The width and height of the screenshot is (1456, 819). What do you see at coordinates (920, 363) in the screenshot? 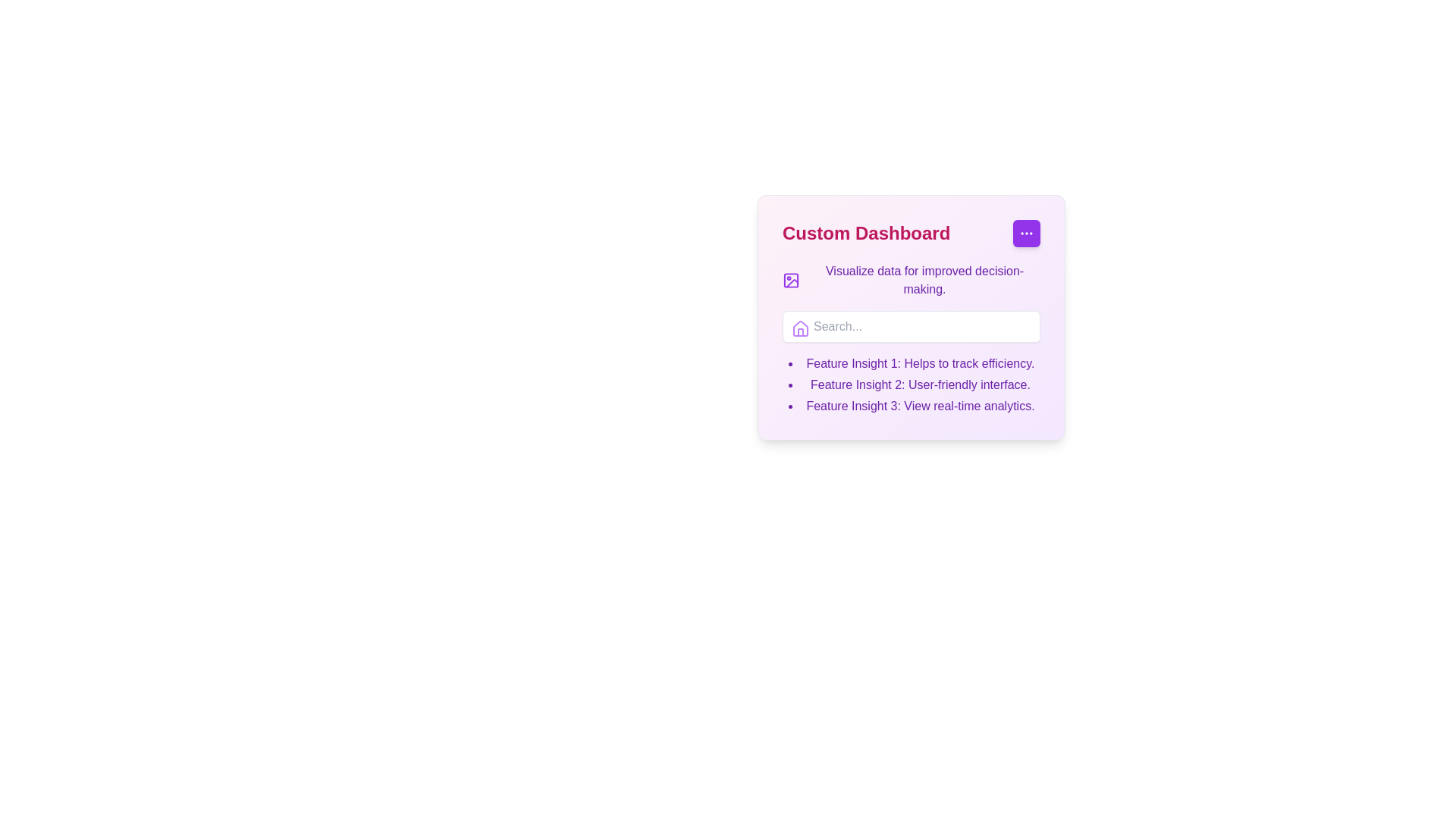
I see `the static text element that conveys information about tracking efficiency, located at the top of a vertical list beneath the search bar` at bounding box center [920, 363].